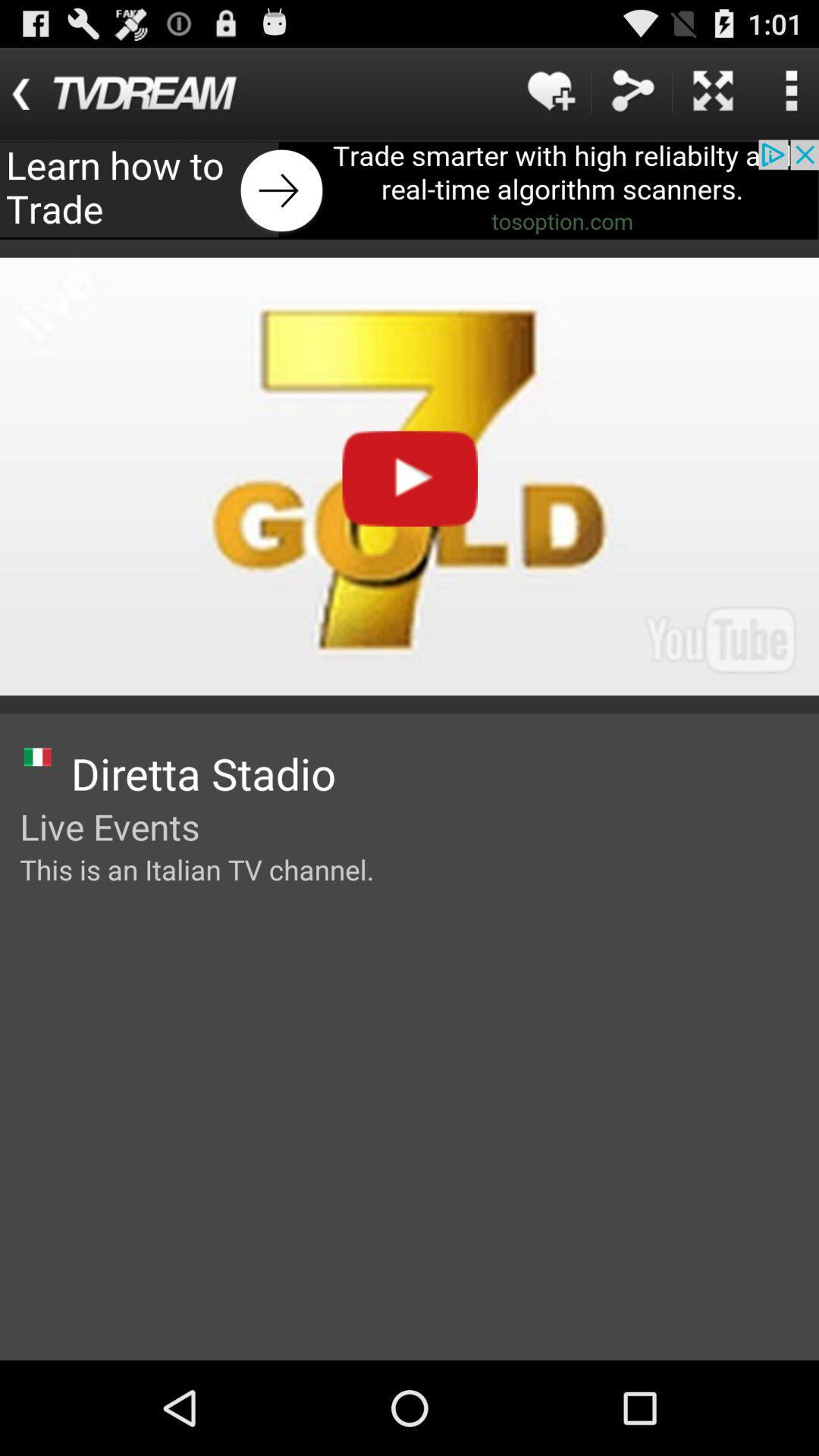 Image resolution: width=819 pixels, height=1456 pixels. Describe the element at coordinates (632, 96) in the screenshot. I see `the share icon` at that location.